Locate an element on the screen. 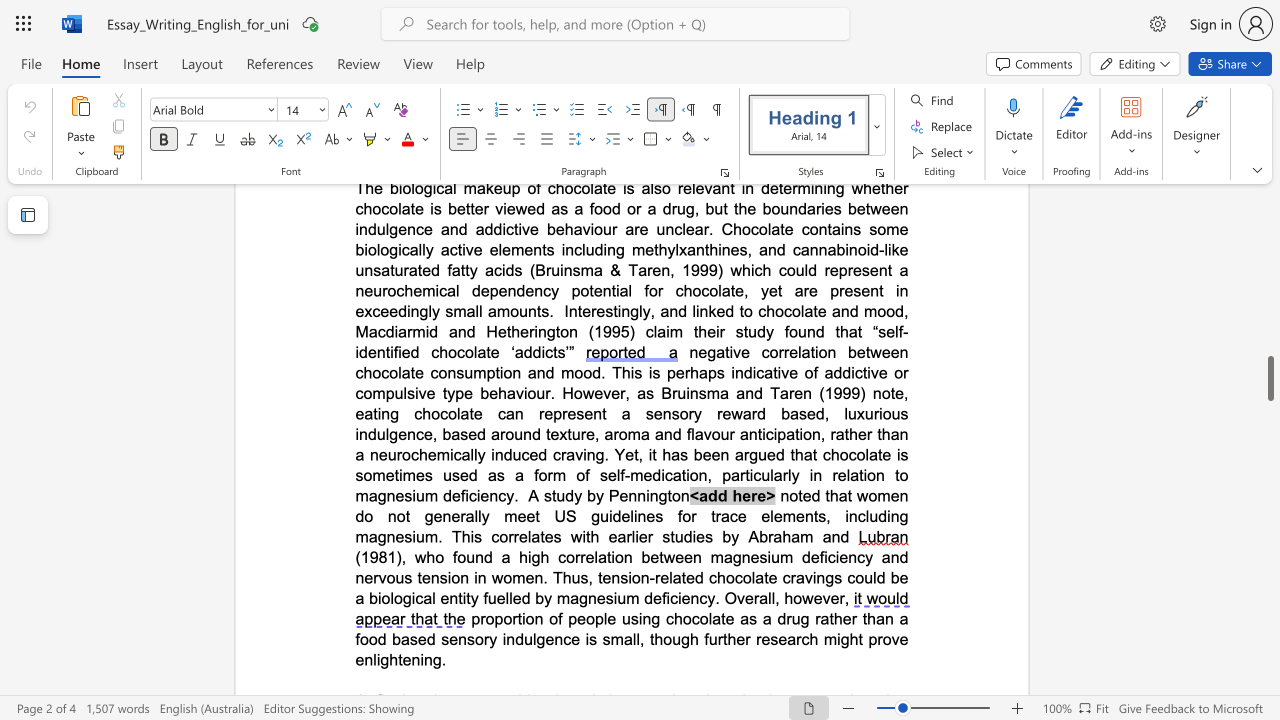 This screenshot has width=1280, height=720. the scrollbar to adjust the page upward is located at coordinates (1269, 328).